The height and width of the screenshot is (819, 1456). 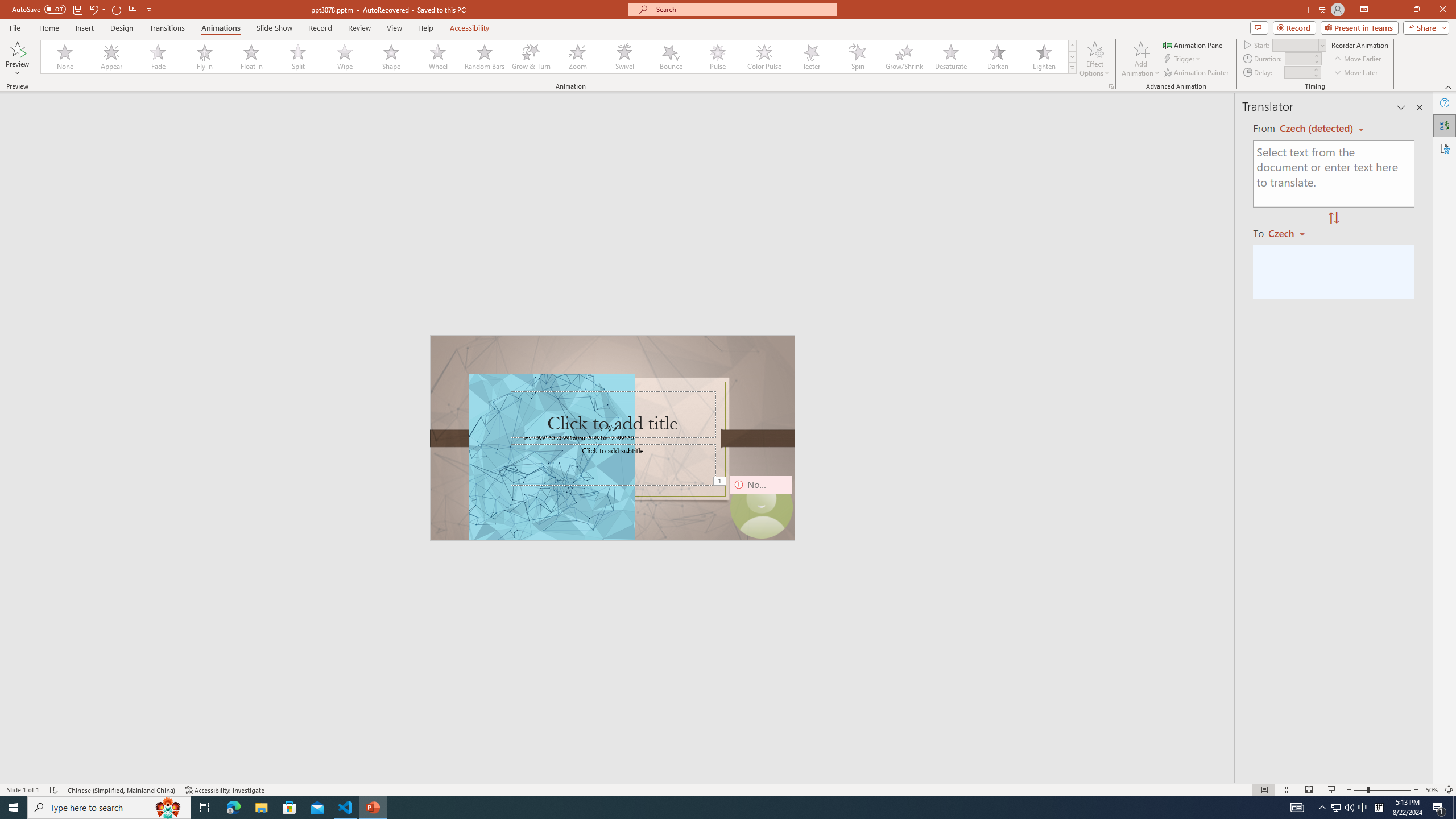 I want to click on 'Camera 9, No camera detected.', so click(x=760, y=507).